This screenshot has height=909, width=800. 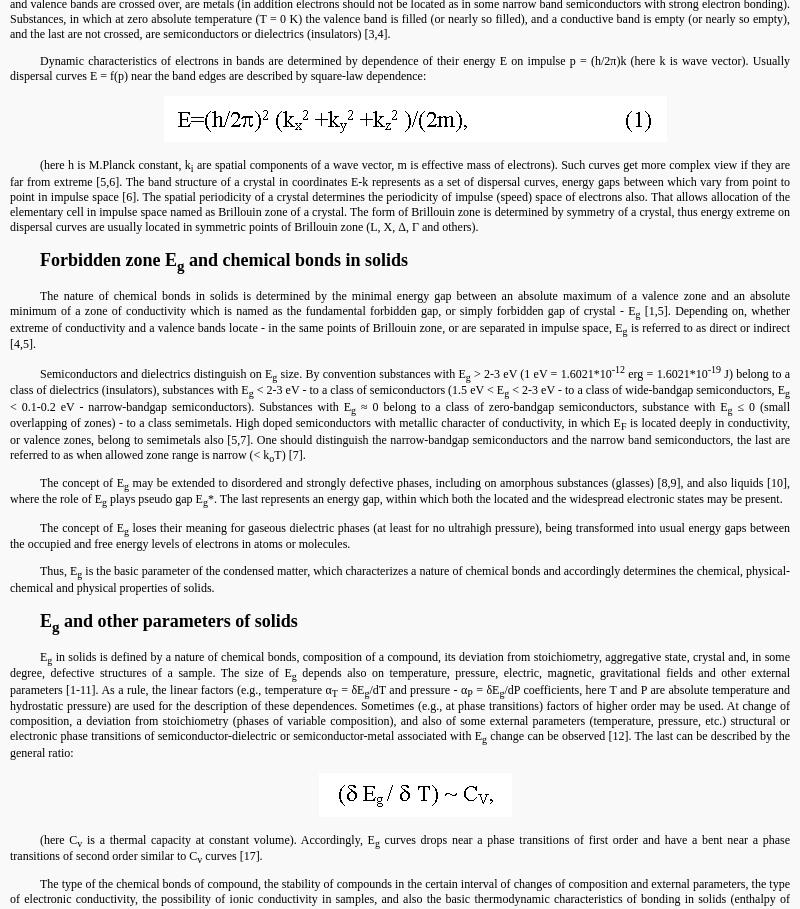 What do you see at coordinates (10, 195) in the screenshot?
I see `'are spatial components of a wave vector, m is effective mass of electrons). Such curves get more complex view if they are far from extreme [5,6]. The band structure of a crystal in coordinates E-k represents as a set of dispersal curves, energy gaps between which vary from point to point in impulse space [6]. The spatial periodicity of a crystal determines the periodicity of impulse (speed) space of electrons also. That allows allocation of the elementary cell in impulse space named as Brillouin zone of a crystal. The form of Brillouin zone is determined by symmetry of a crystal, thus energy extreme on dispersal curves are usually located in symmetric points of Brillouin zone (L, X, Δ, Γ and others).'` at bounding box center [10, 195].